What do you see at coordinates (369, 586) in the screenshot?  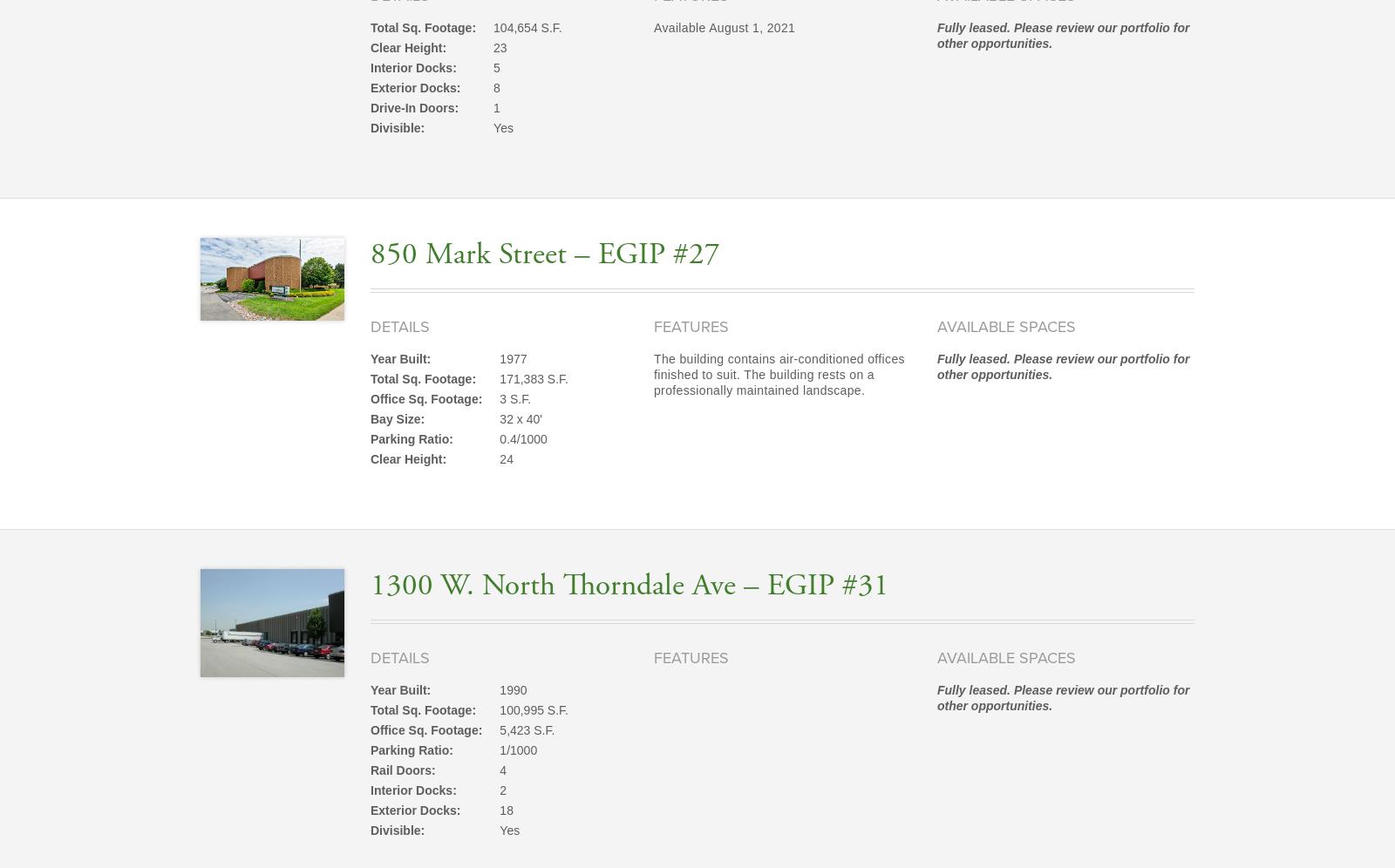 I see `'1300 W. North Thorndale Ave – EGIP #31'` at bounding box center [369, 586].